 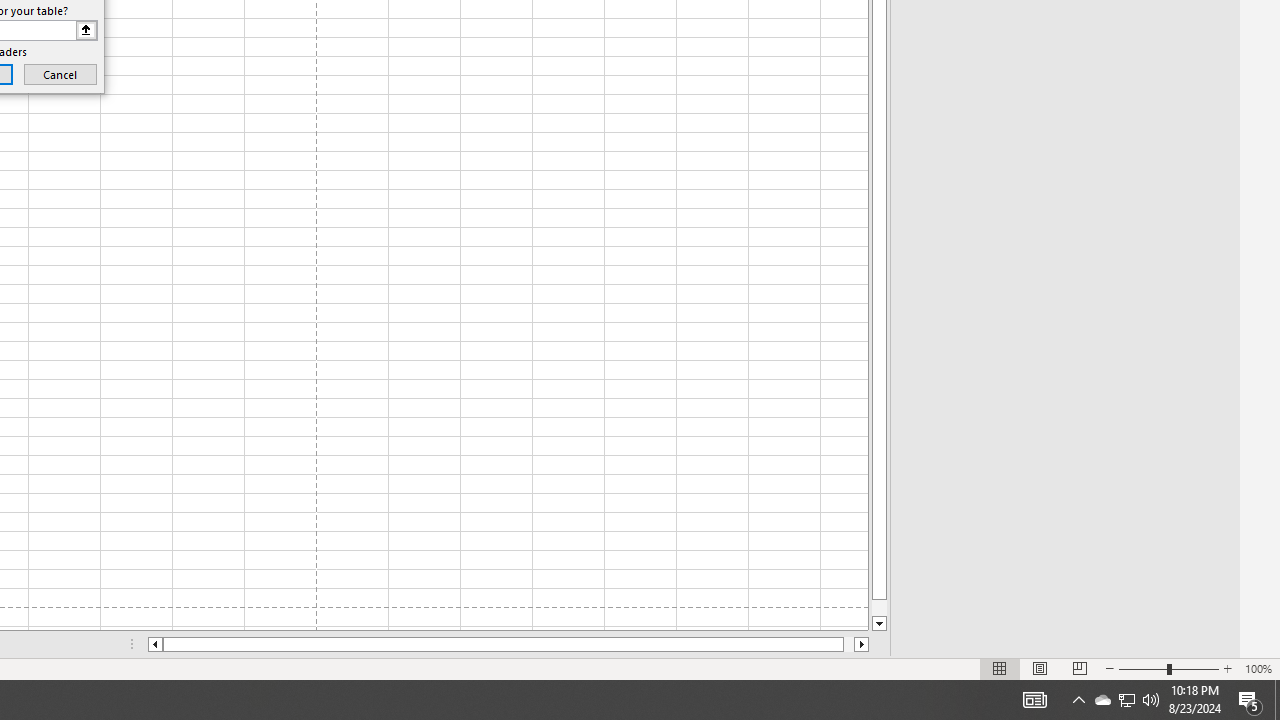 I want to click on 'Line down', so click(x=879, y=623).